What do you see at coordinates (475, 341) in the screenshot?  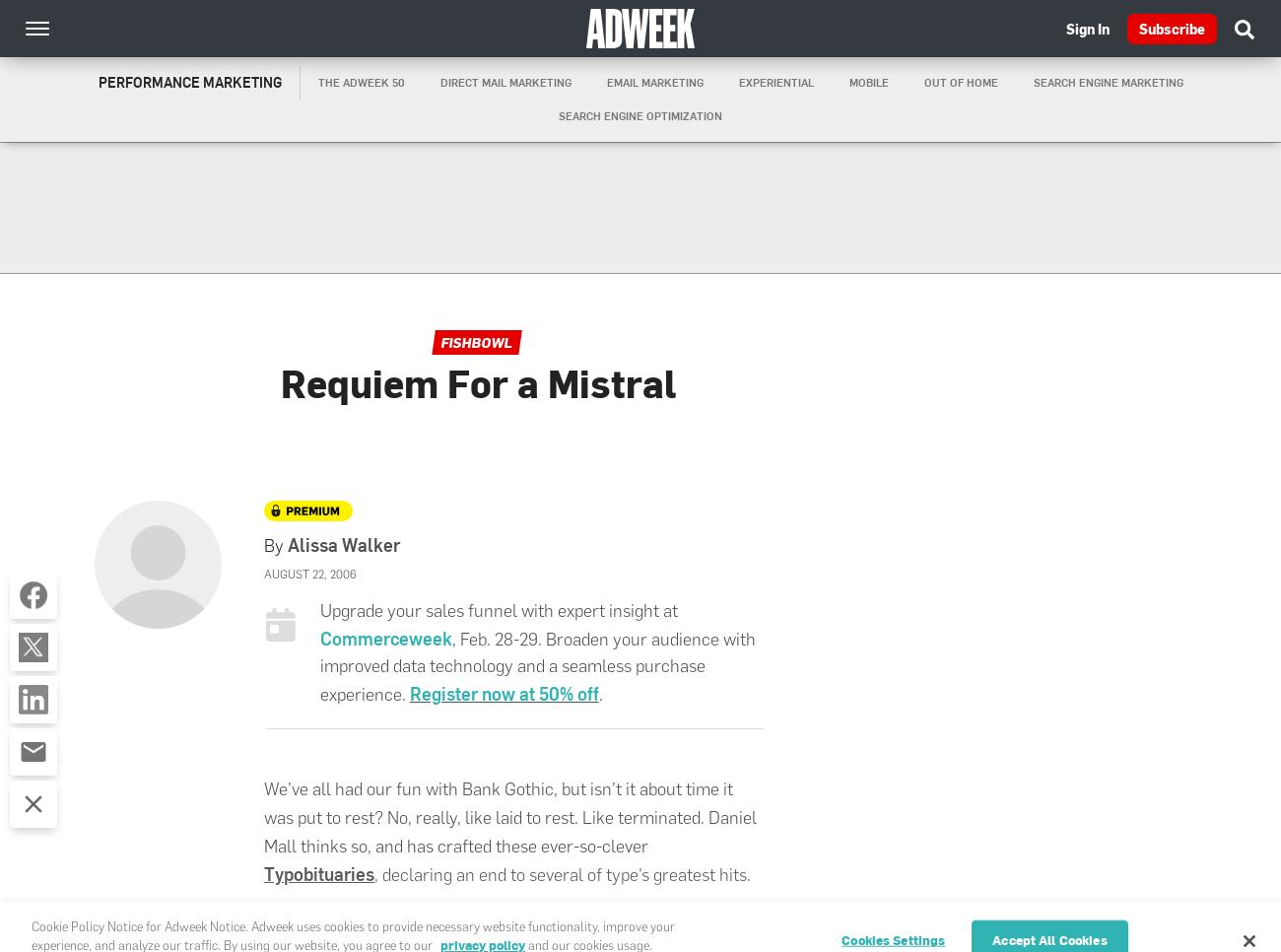 I see `'Fishbowl'` at bounding box center [475, 341].